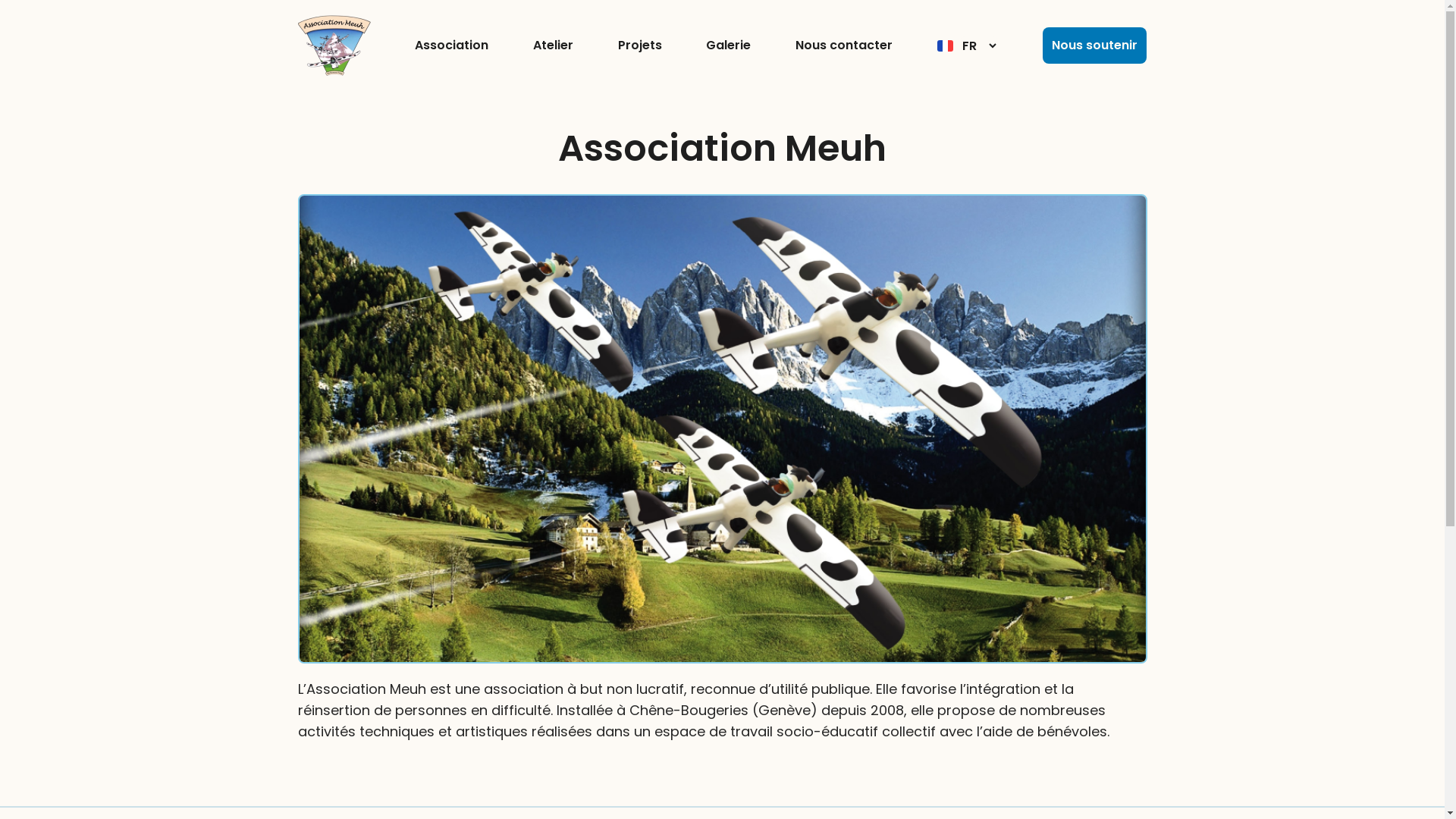 This screenshot has height=819, width=1456. Describe the element at coordinates (640, 45) in the screenshot. I see `'Projets'` at that location.